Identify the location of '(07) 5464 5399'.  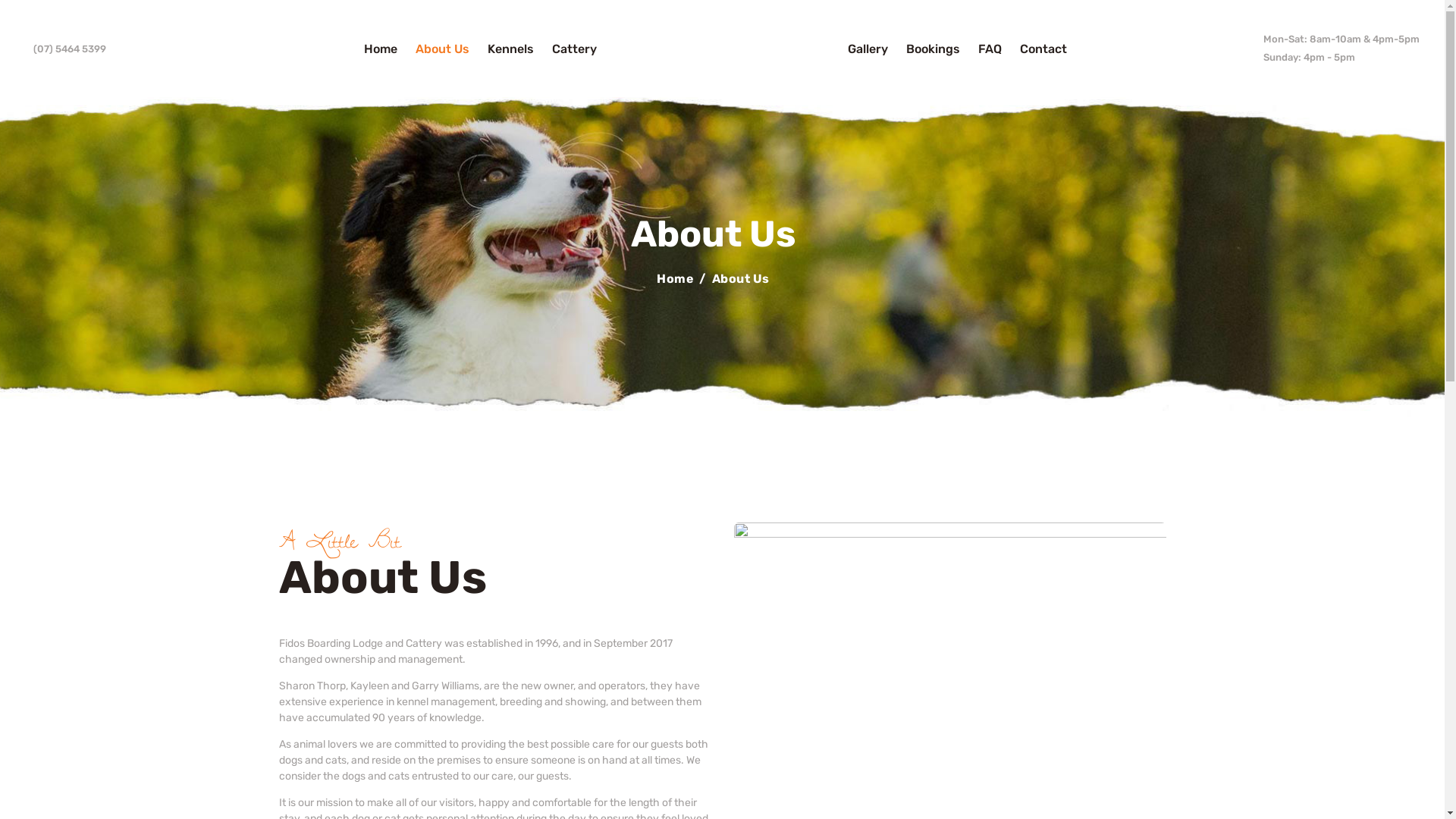
(64, 48).